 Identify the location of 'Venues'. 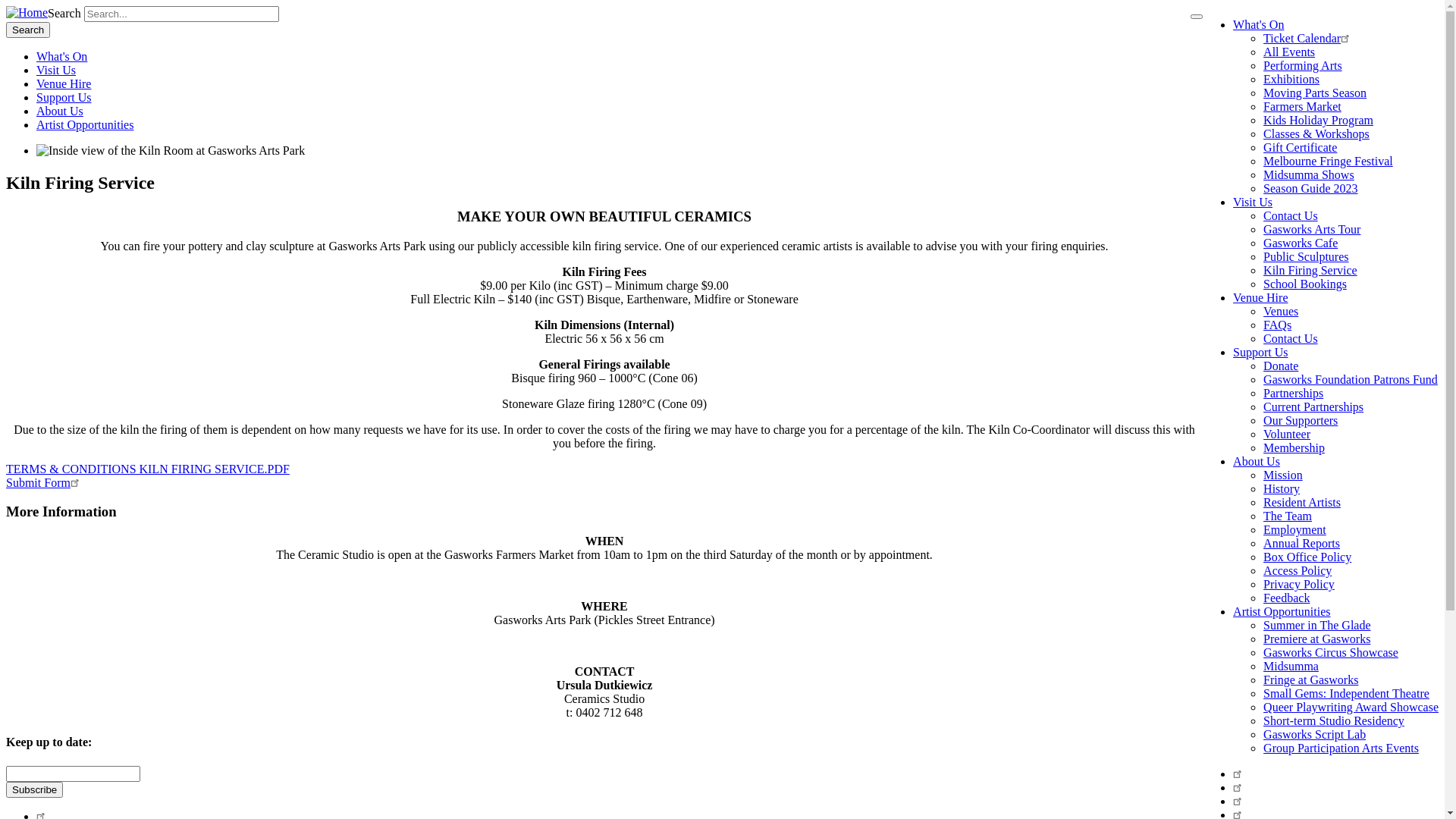
(1280, 310).